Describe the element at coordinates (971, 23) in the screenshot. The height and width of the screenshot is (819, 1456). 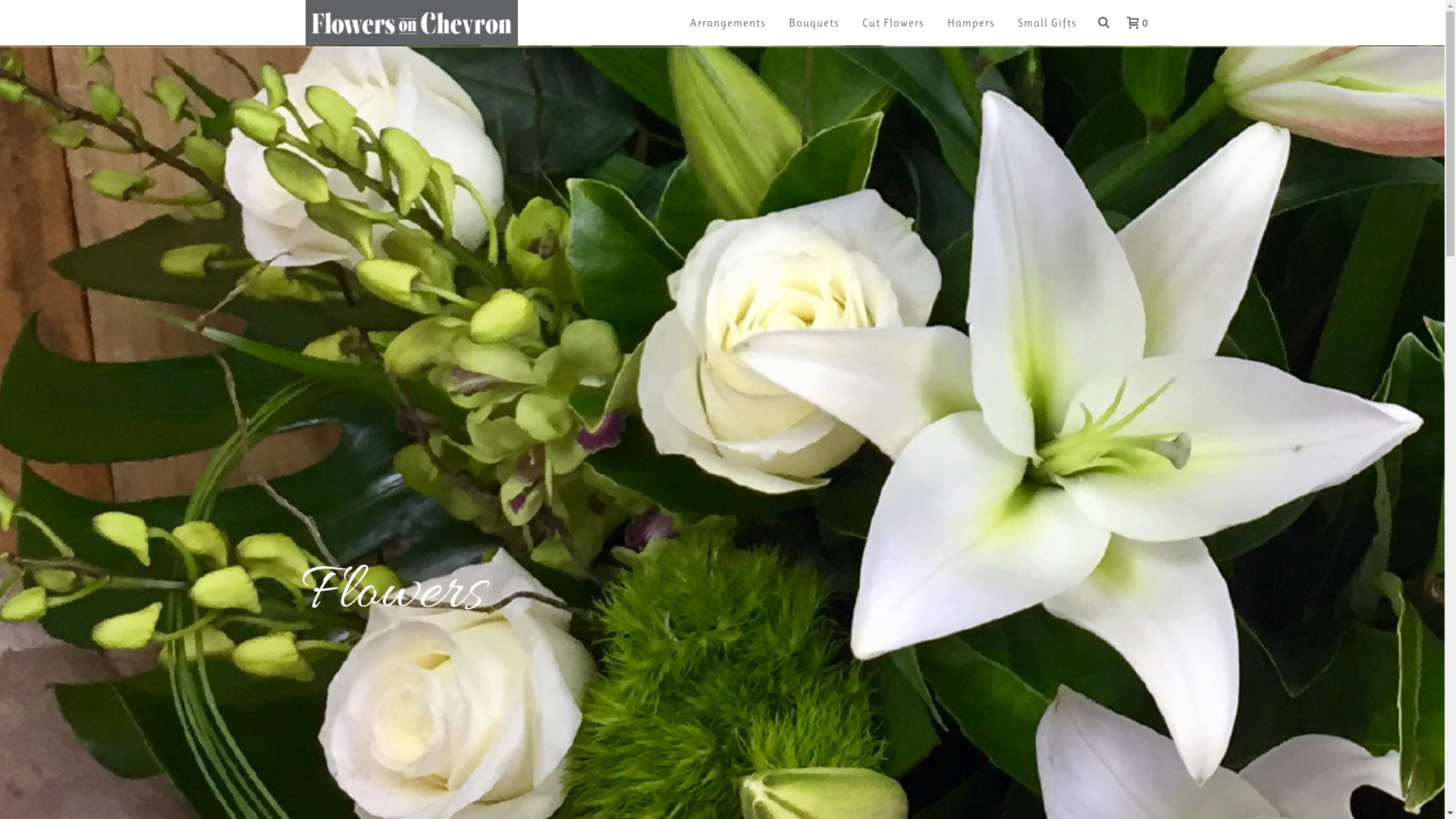
I see `'Hampers'` at that location.